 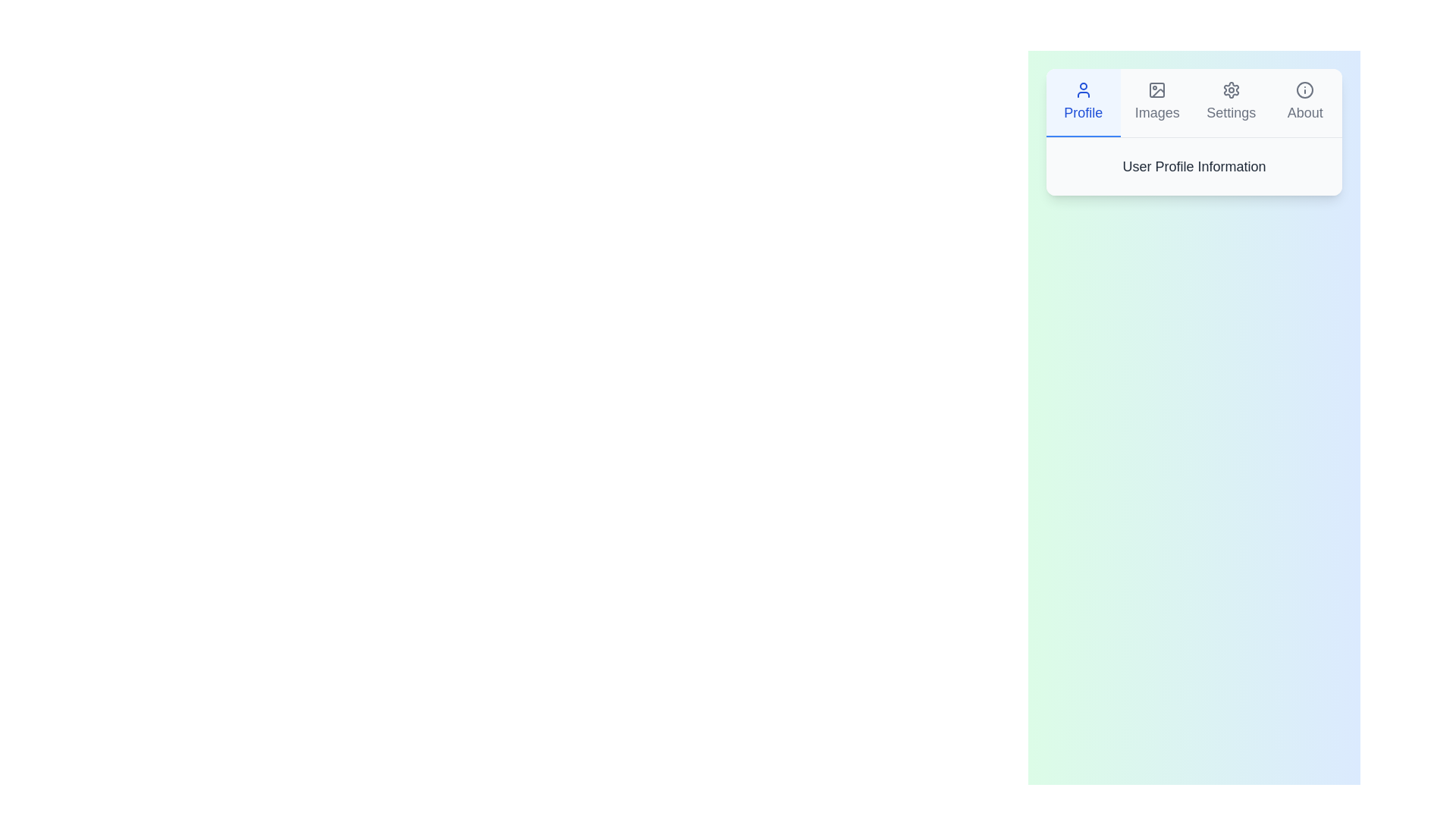 I want to click on the tab labeled Profile, so click(x=1082, y=102).